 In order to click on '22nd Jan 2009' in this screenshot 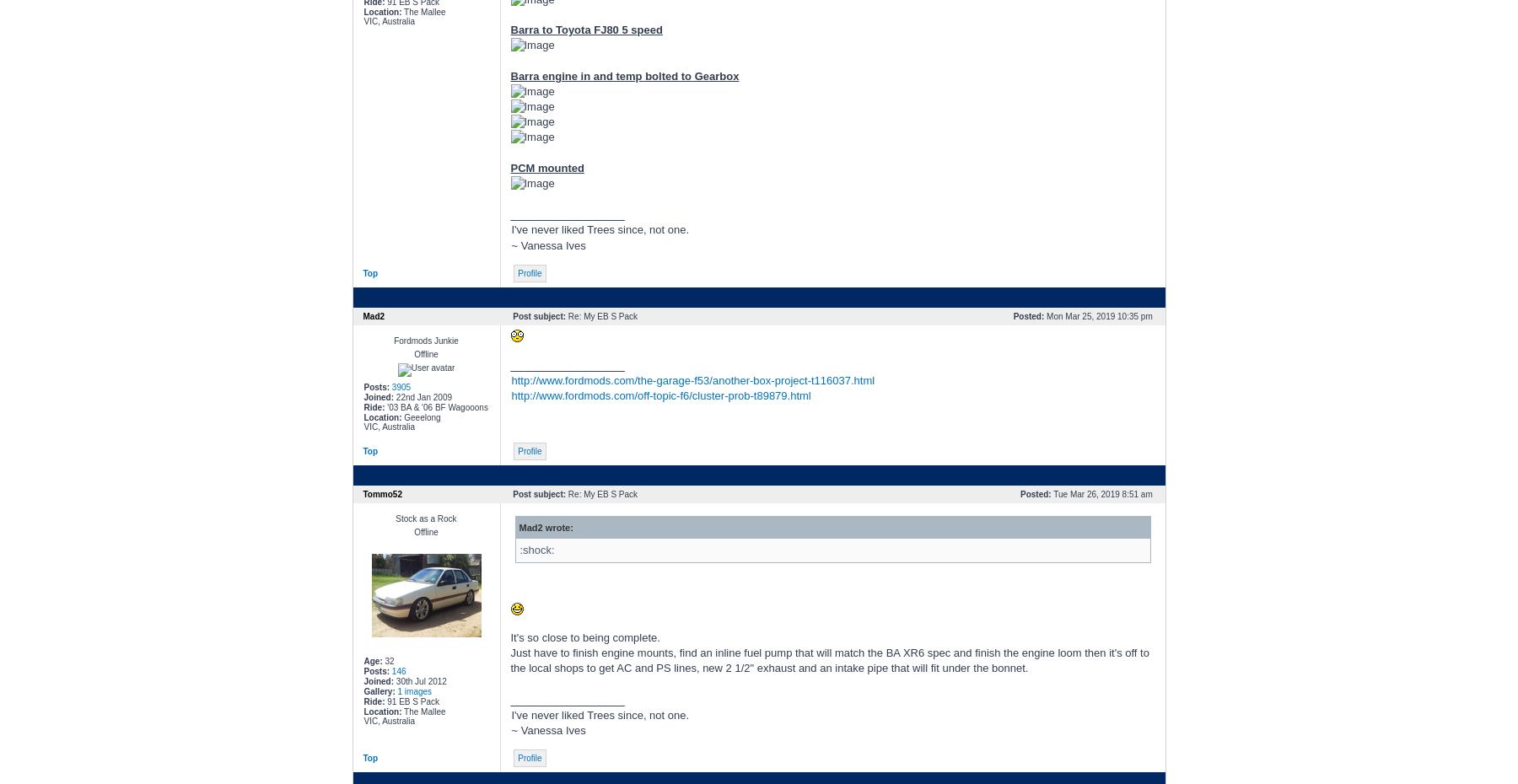, I will do `click(422, 395)`.